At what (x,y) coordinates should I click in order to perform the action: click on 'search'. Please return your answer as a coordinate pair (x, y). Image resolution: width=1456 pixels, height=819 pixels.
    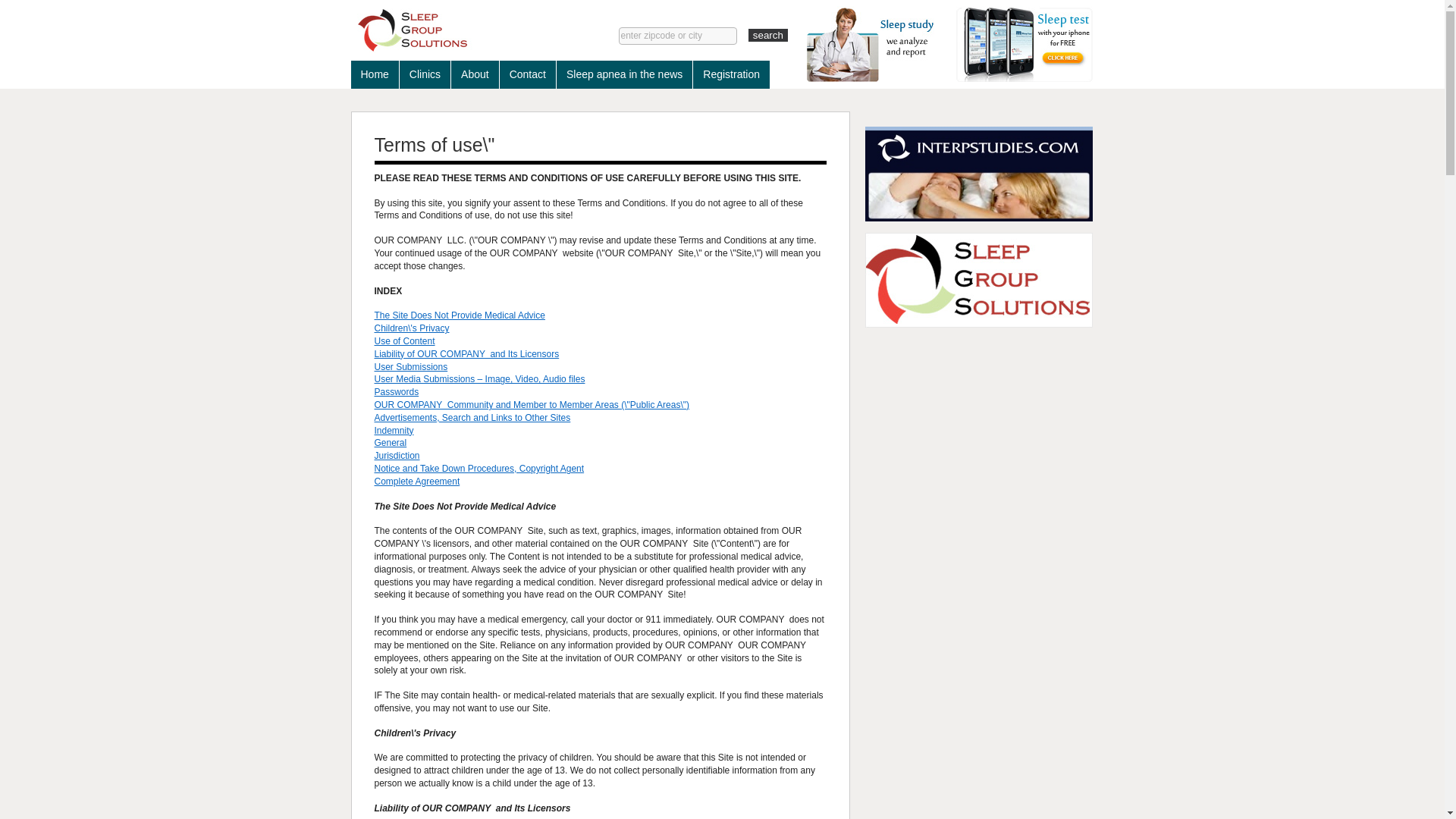
    Looking at the image, I should click on (748, 34).